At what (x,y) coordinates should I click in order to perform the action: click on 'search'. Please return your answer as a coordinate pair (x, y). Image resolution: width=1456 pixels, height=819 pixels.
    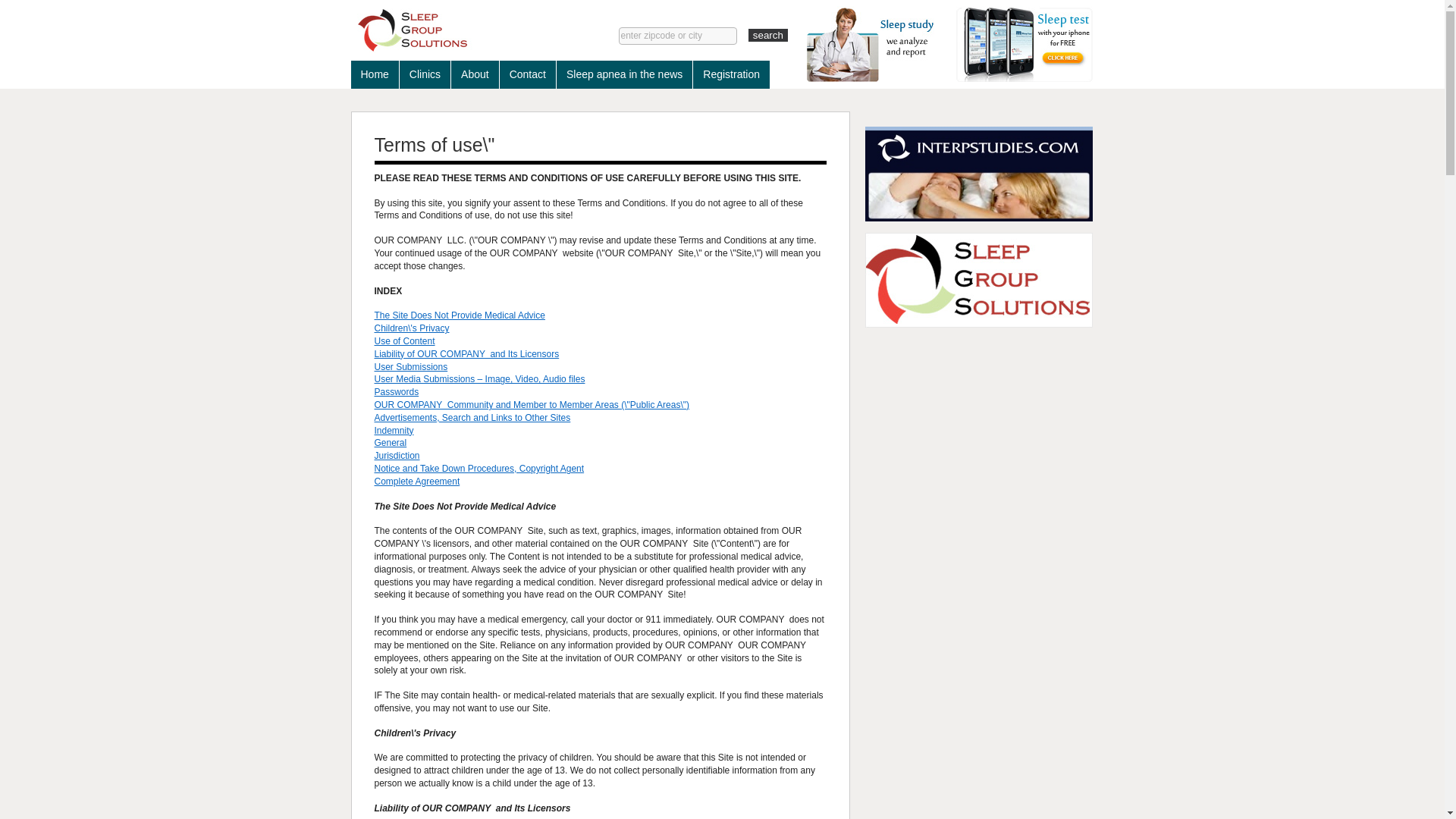
    Looking at the image, I should click on (748, 34).